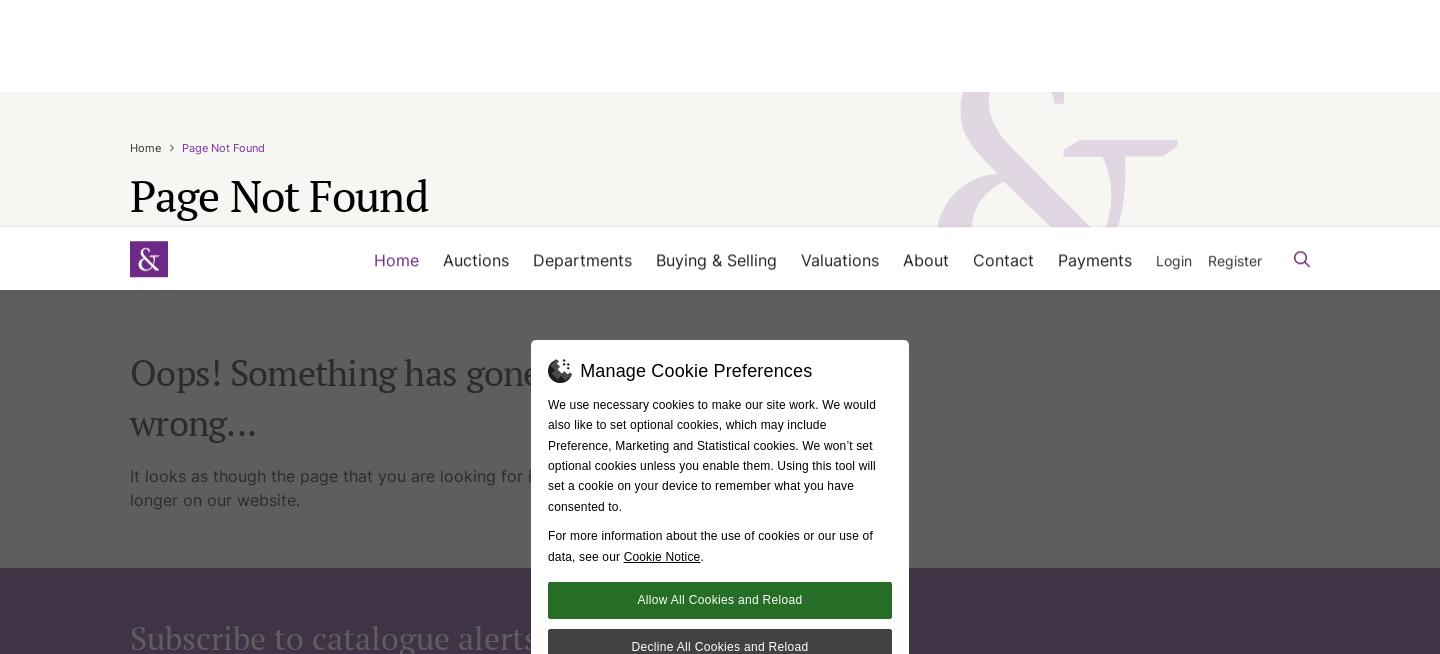 This screenshot has width=1440, height=654. I want to click on 'Valuation Days', so click(817, 168).